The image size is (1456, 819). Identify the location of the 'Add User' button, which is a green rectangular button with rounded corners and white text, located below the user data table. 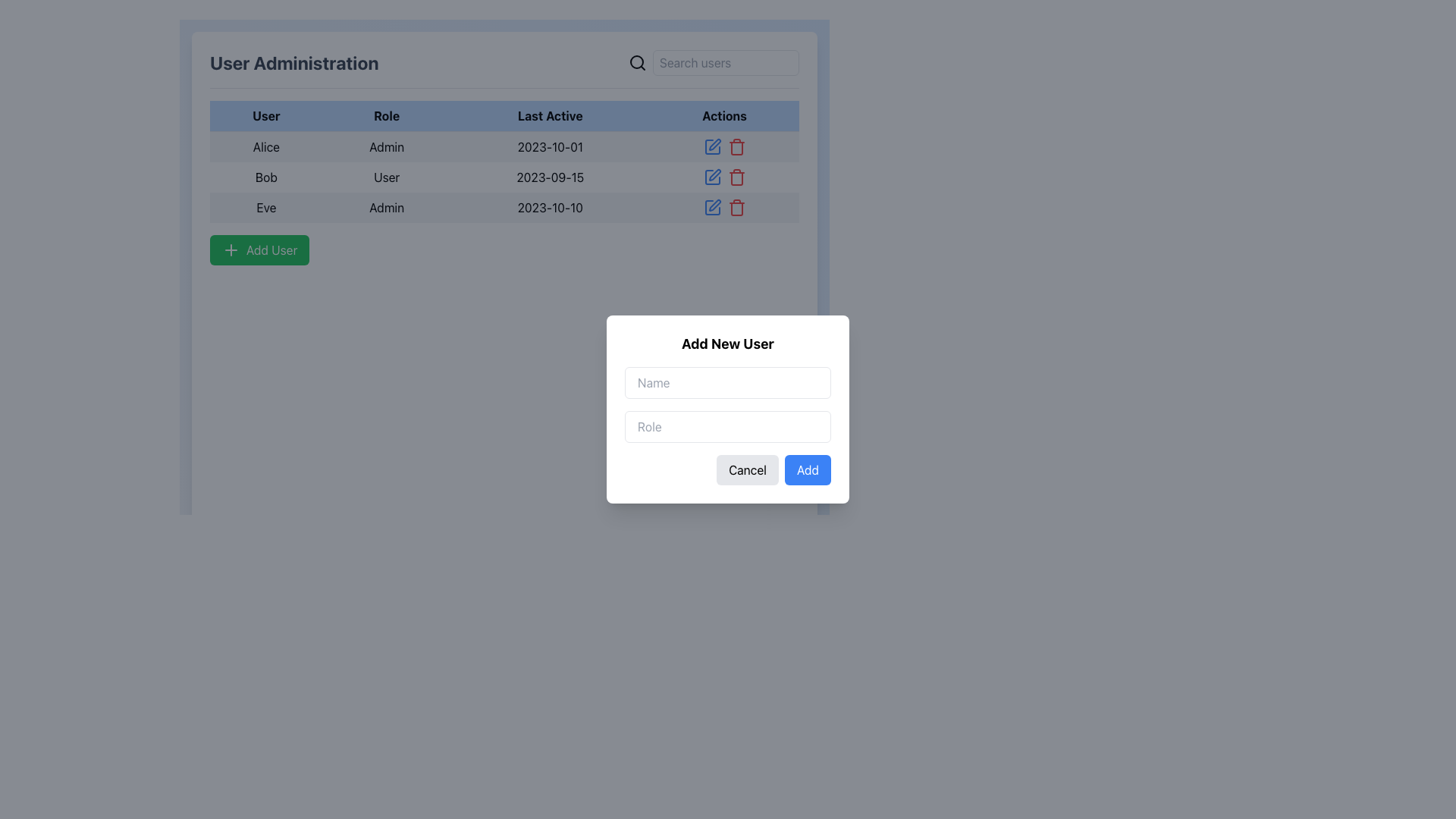
(259, 249).